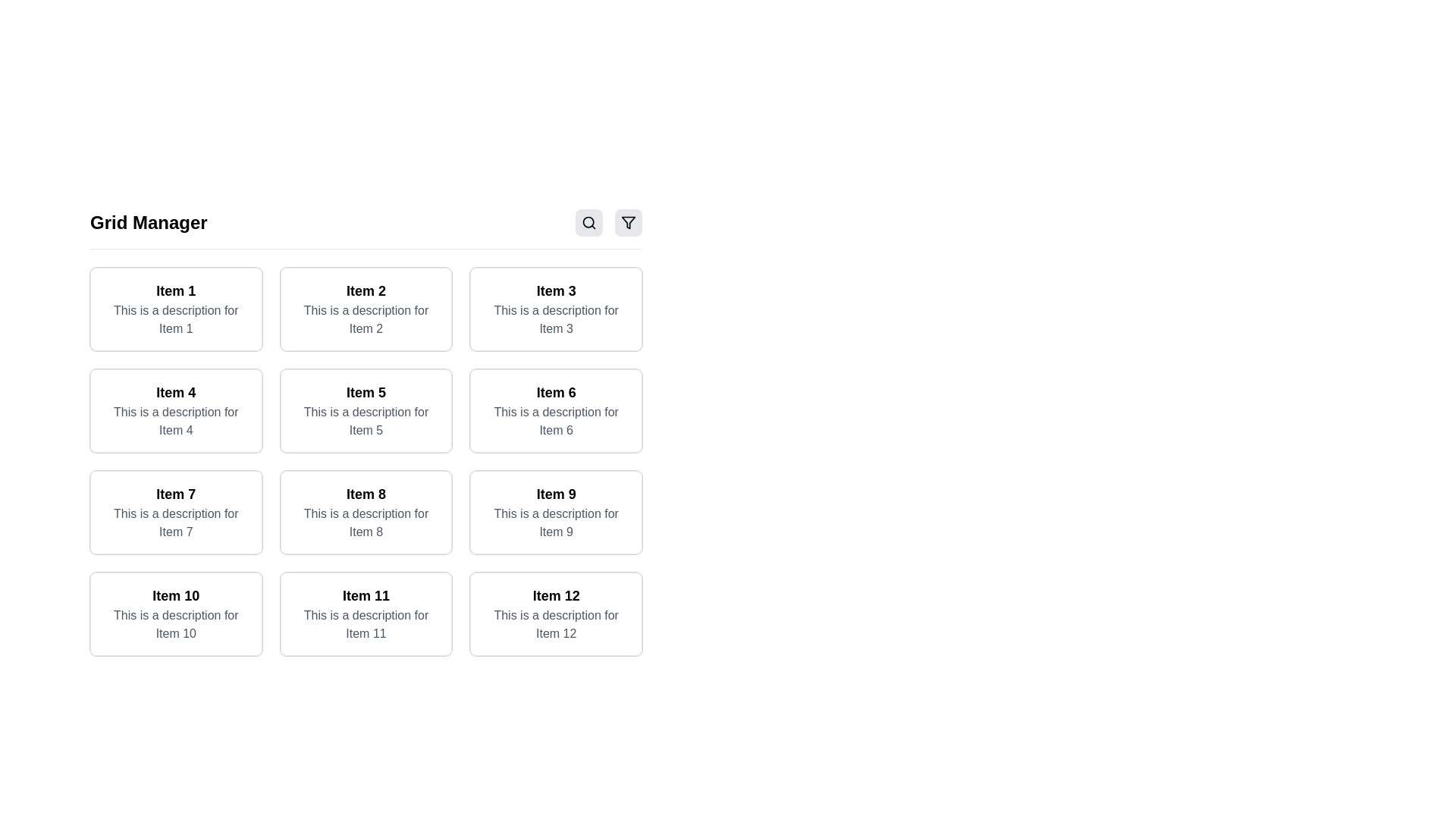  I want to click on the filter tool icon located in the top-right section of the toolbar, which is the second icon from the left, so click(629, 222).